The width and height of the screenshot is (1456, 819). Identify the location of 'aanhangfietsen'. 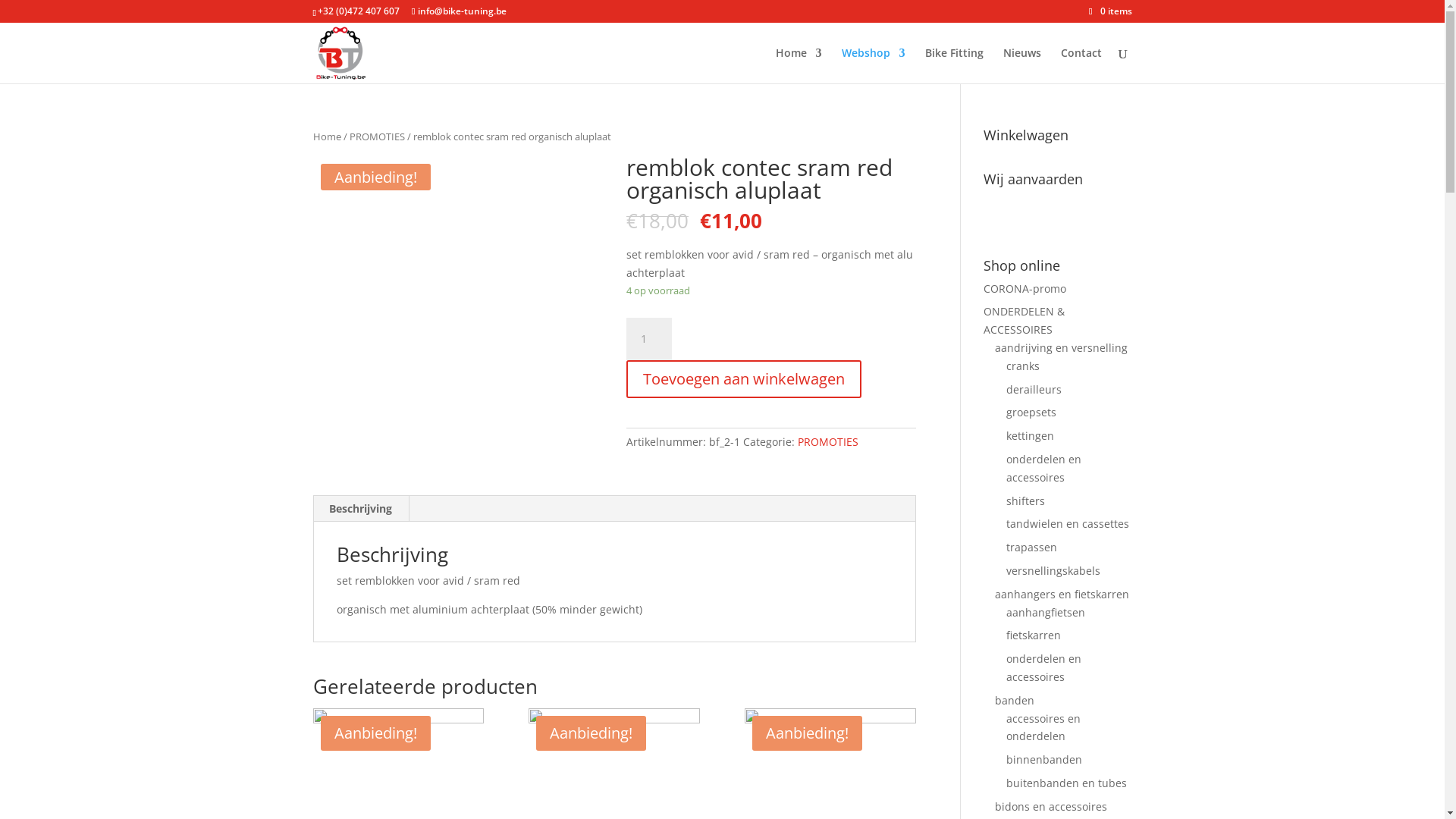
(1044, 611).